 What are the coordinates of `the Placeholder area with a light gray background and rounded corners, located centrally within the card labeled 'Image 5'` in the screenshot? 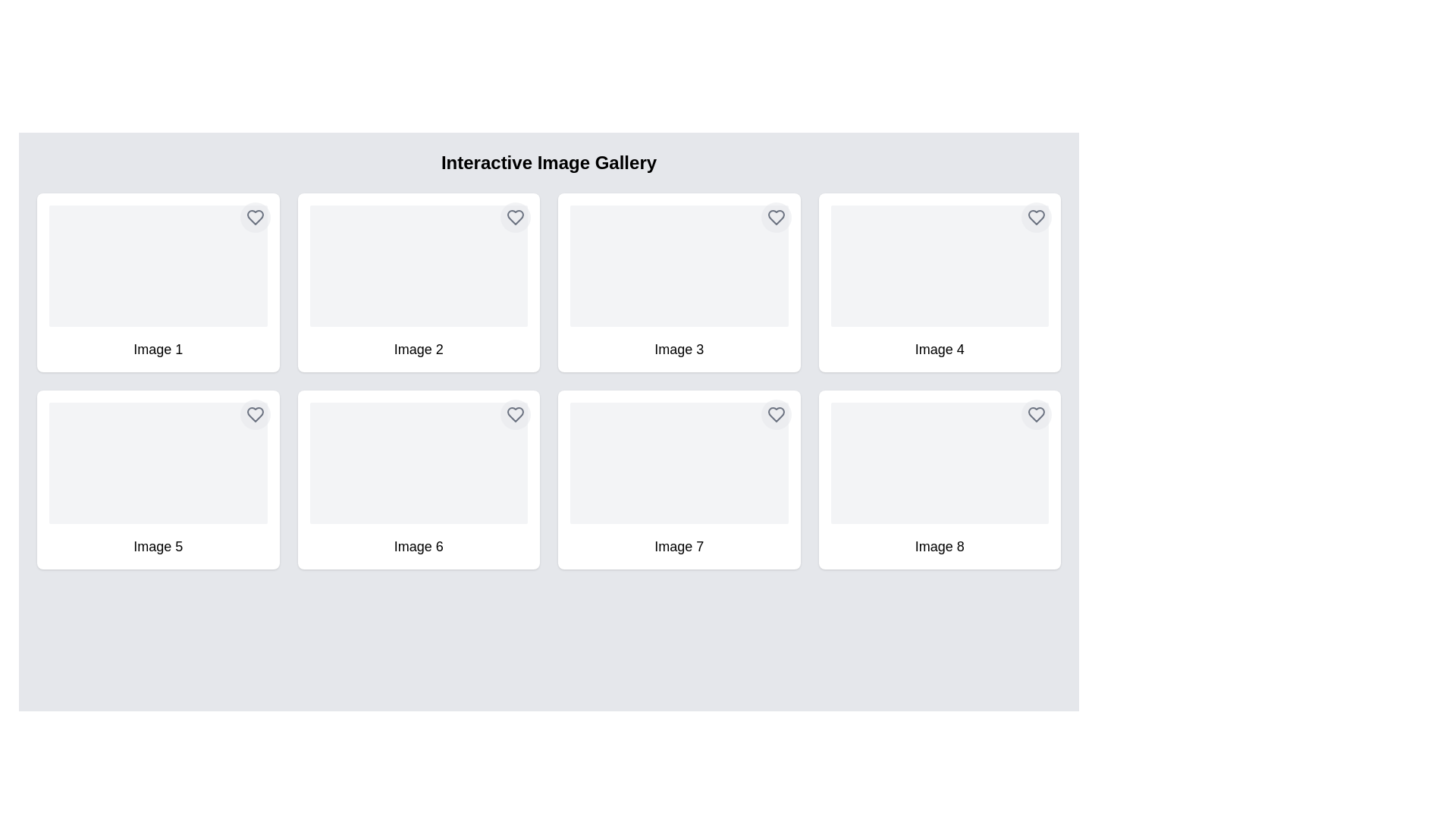 It's located at (158, 462).